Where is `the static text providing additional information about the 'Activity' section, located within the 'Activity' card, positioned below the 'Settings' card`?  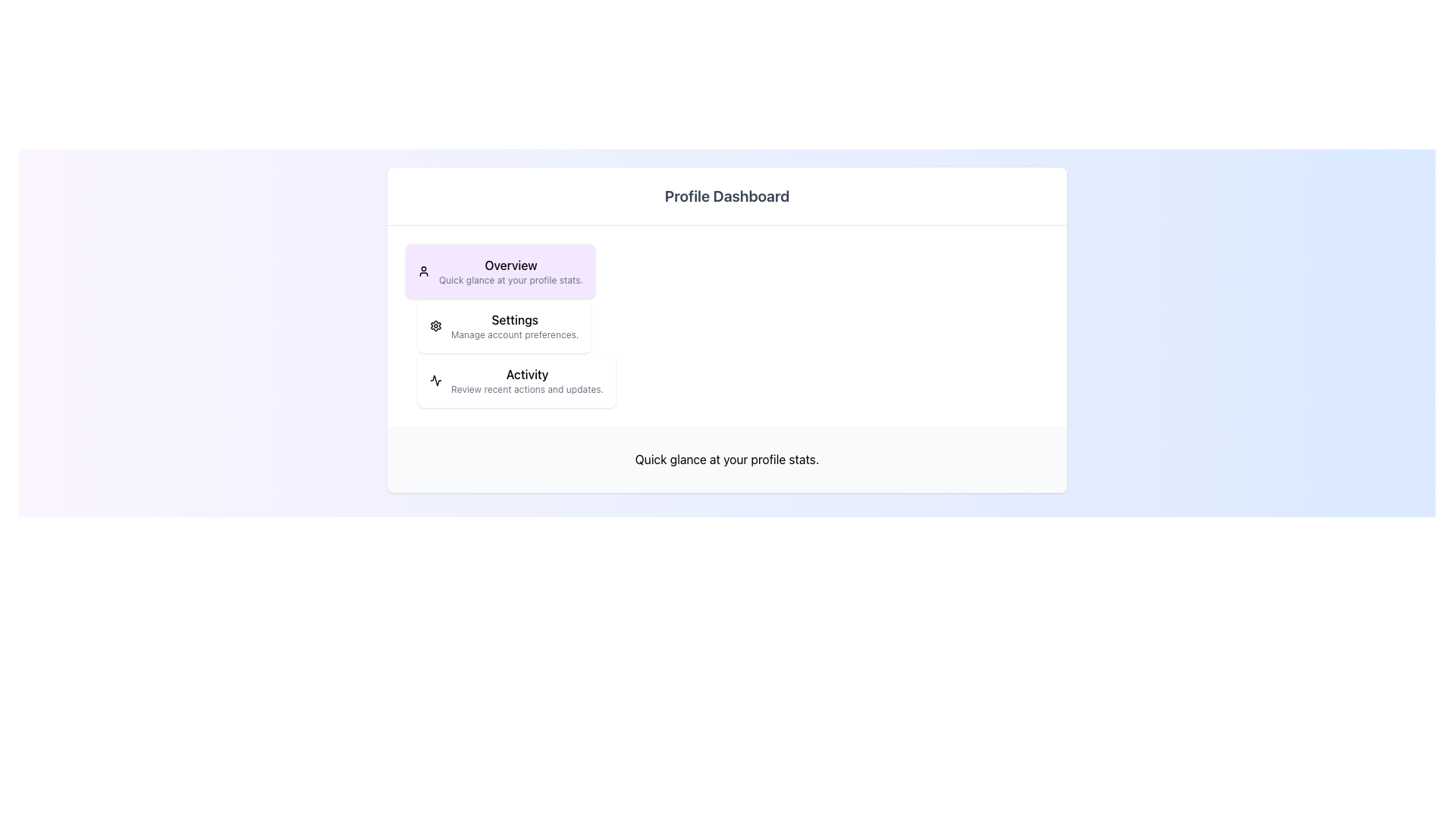
the static text providing additional information about the 'Activity' section, located within the 'Activity' card, positioned below the 'Settings' card is located at coordinates (527, 379).